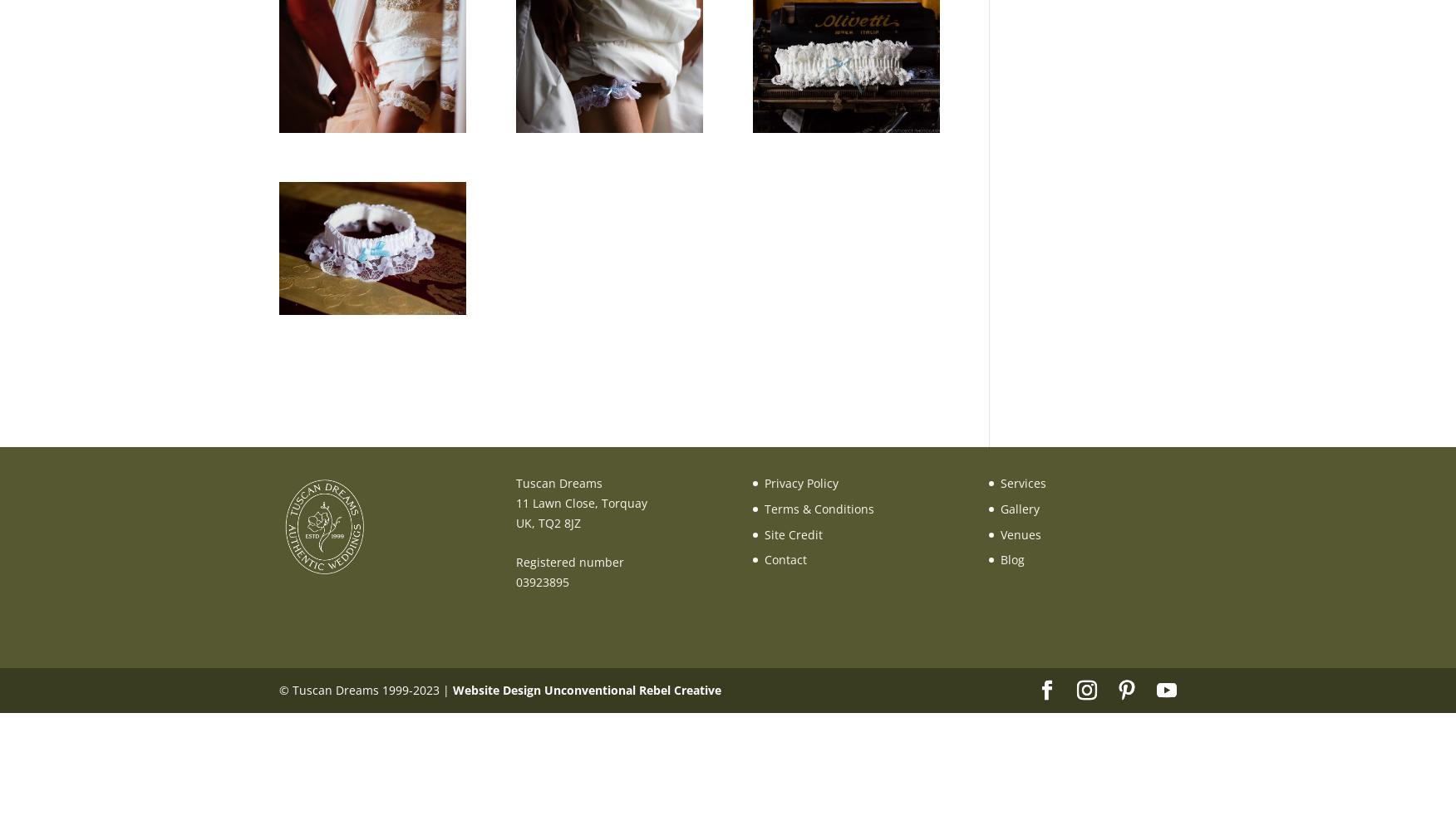 The width and height of the screenshot is (1456, 831). What do you see at coordinates (366, 689) in the screenshot?
I see `'© Tuscan Dreams 1999-2023 |'` at bounding box center [366, 689].